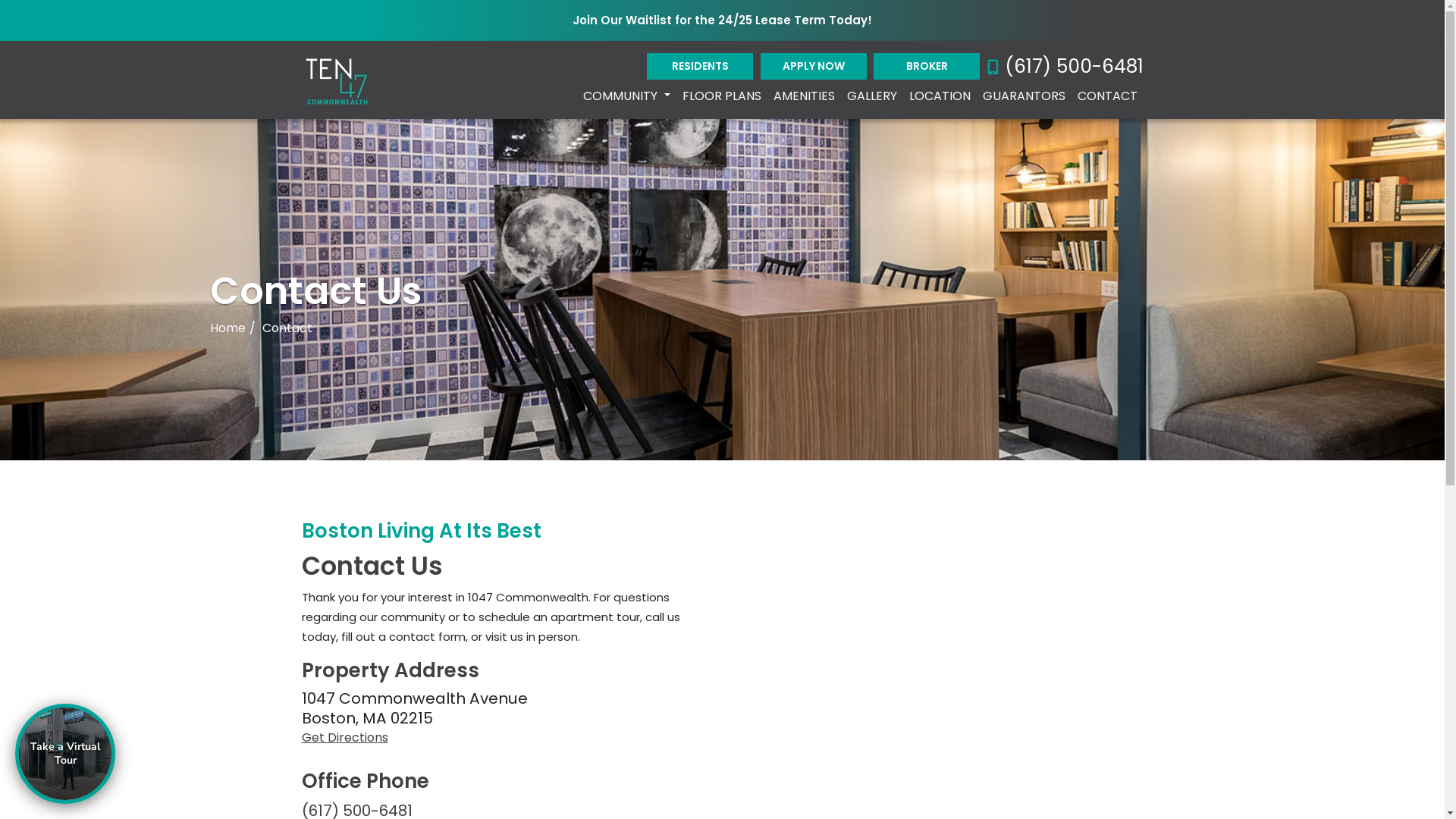 The image size is (1456, 819). I want to click on 'GALLERY', so click(871, 96).